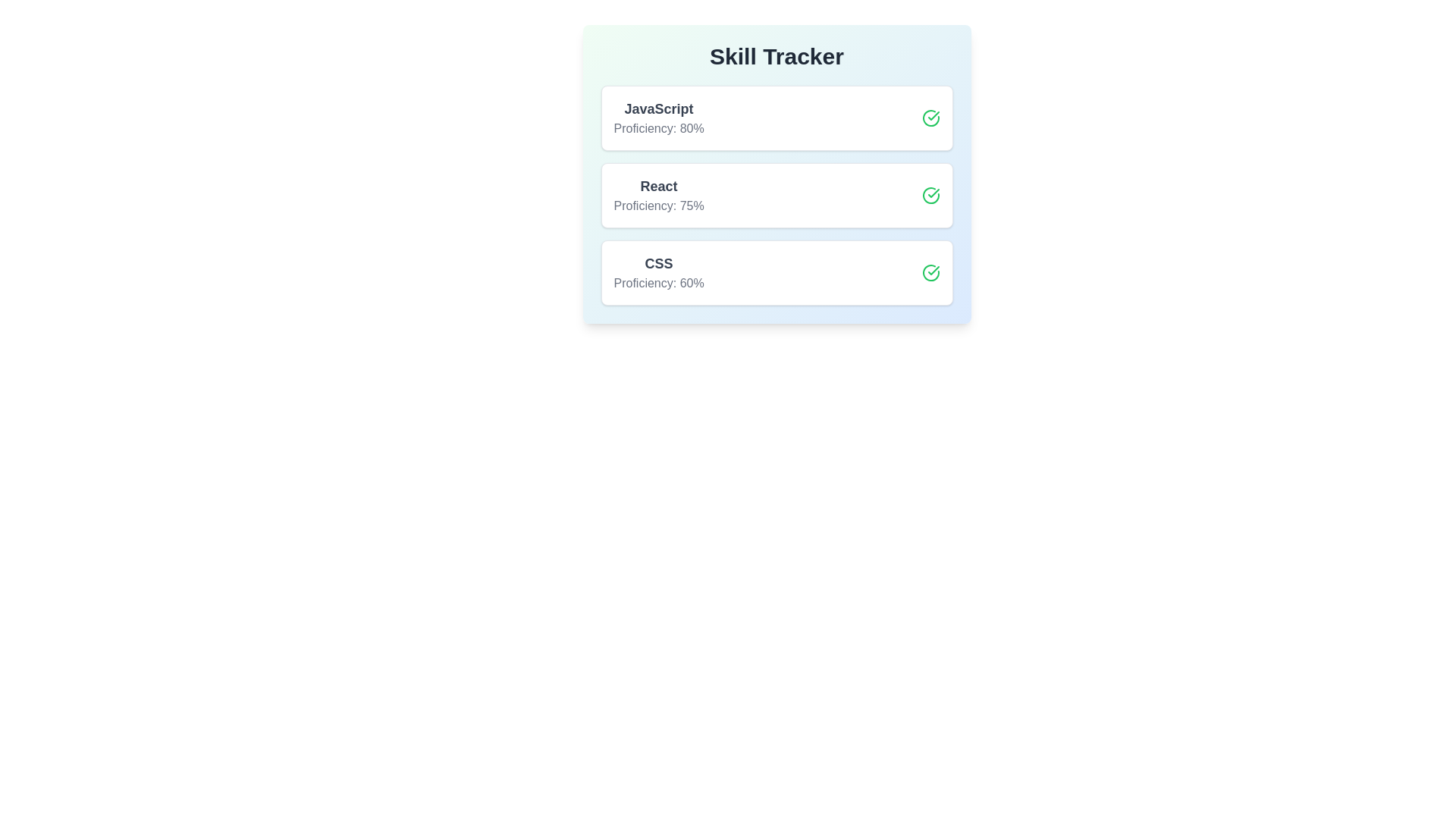 The width and height of the screenshot is (1456, 819). What do you see at coordinates (777, 117) in the screenshot?
I see `the skill item corresponding to JavaScript` at bounding box center [777, 117].